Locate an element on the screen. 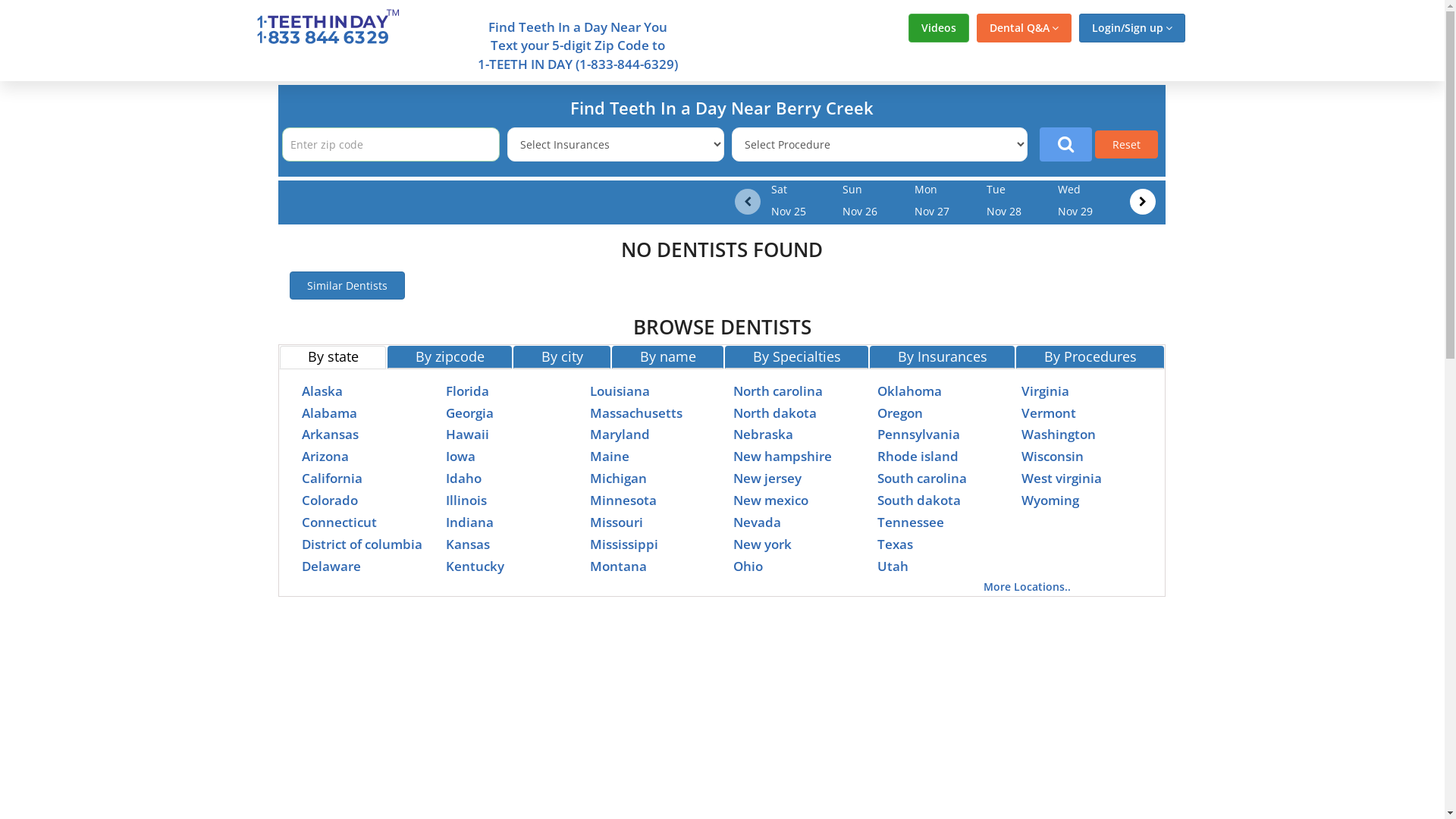 The image size is (1456, 819). 'New york' is located at coordinates (762, 543).